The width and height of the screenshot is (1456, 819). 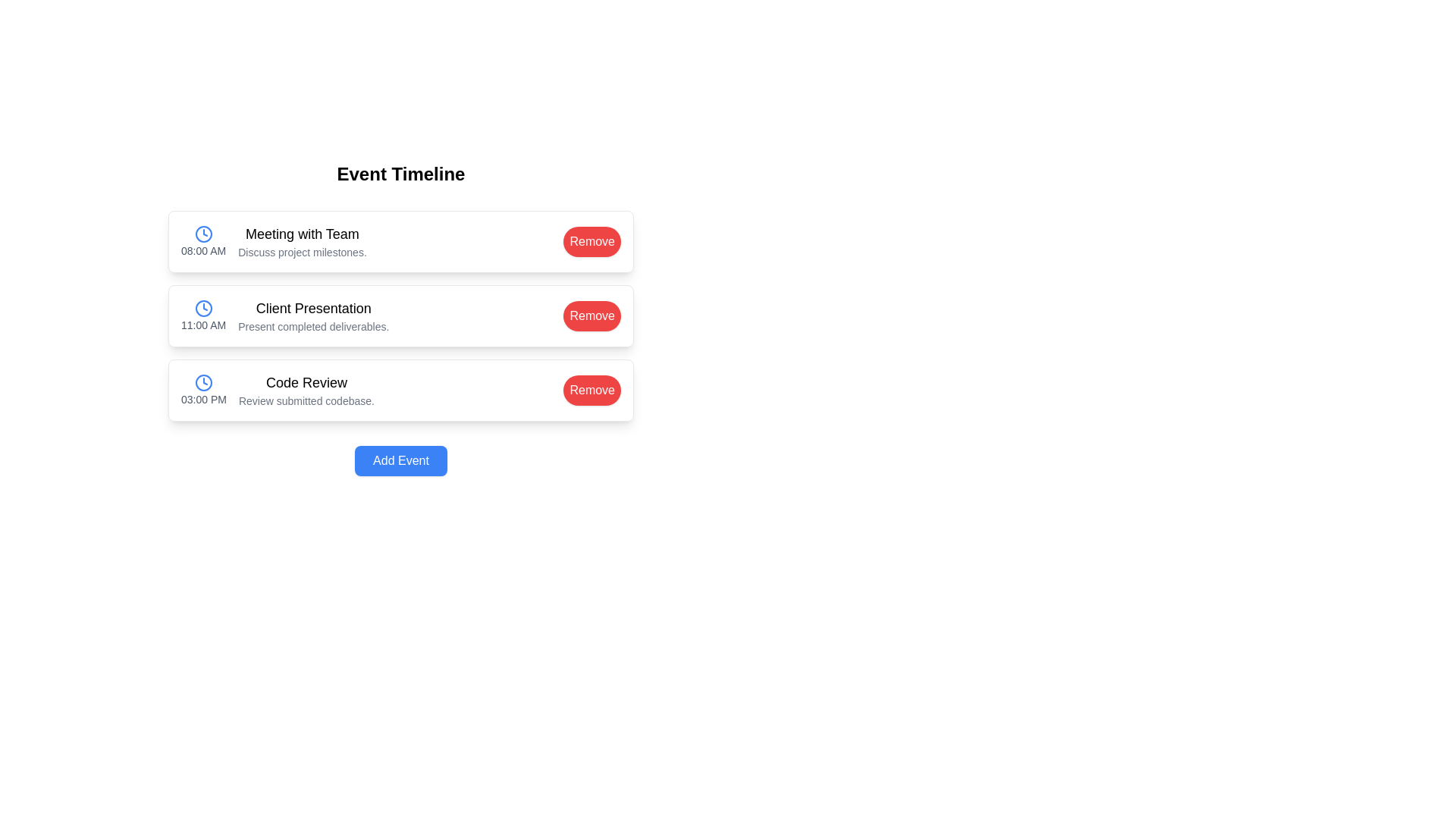 What do you see at coordinates (591, 390) in the screenshot?
I see `the button located in the bottom right of the 'Code Review' event card` at bounding box center [591, 390].